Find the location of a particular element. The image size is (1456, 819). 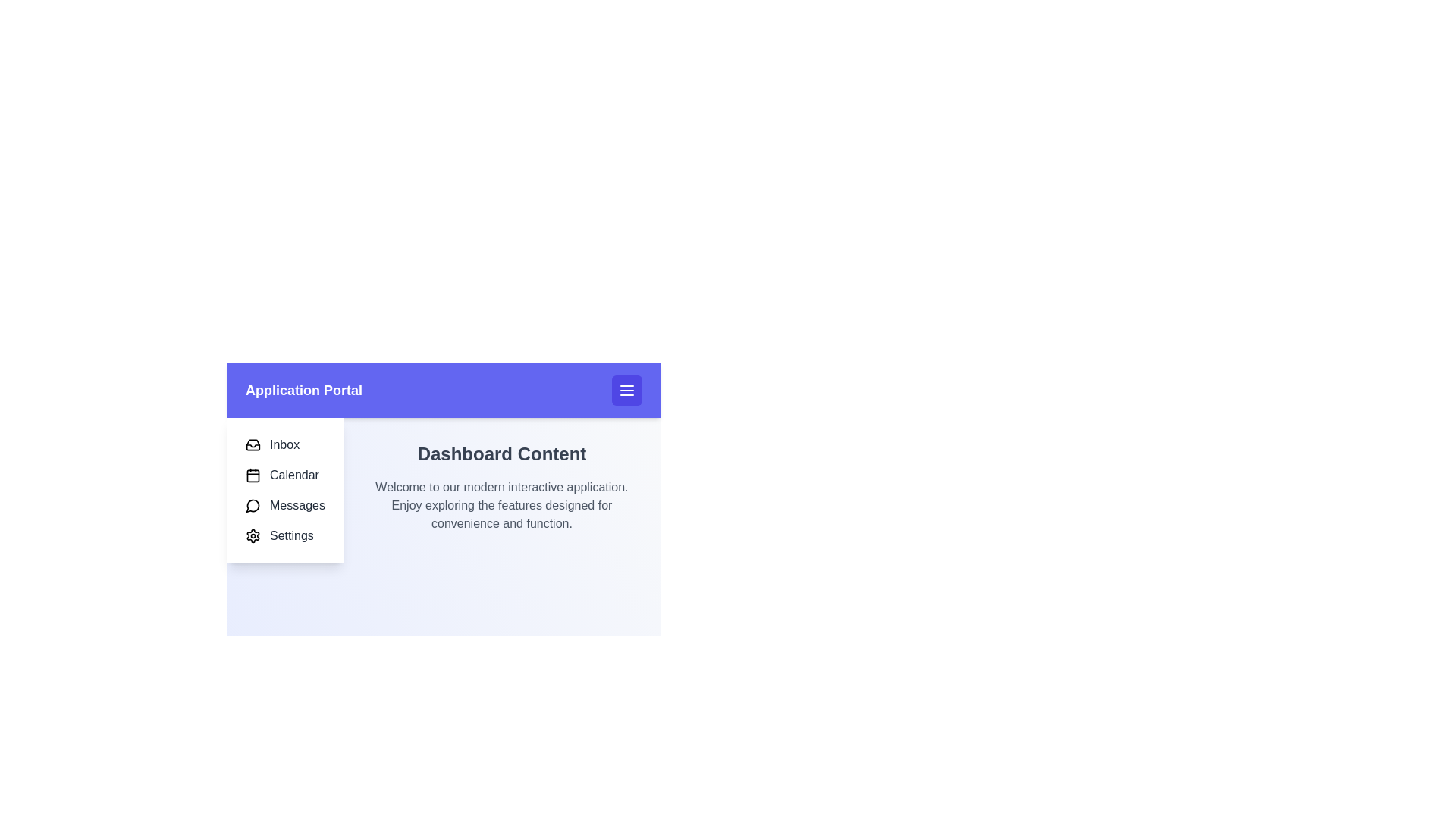

the 'Messages' label in the vertical navigation menu, which is the third label below 'Calendar' and above 'Settings', aligned with a speech bubble icon is located at coordinates (297, 506).